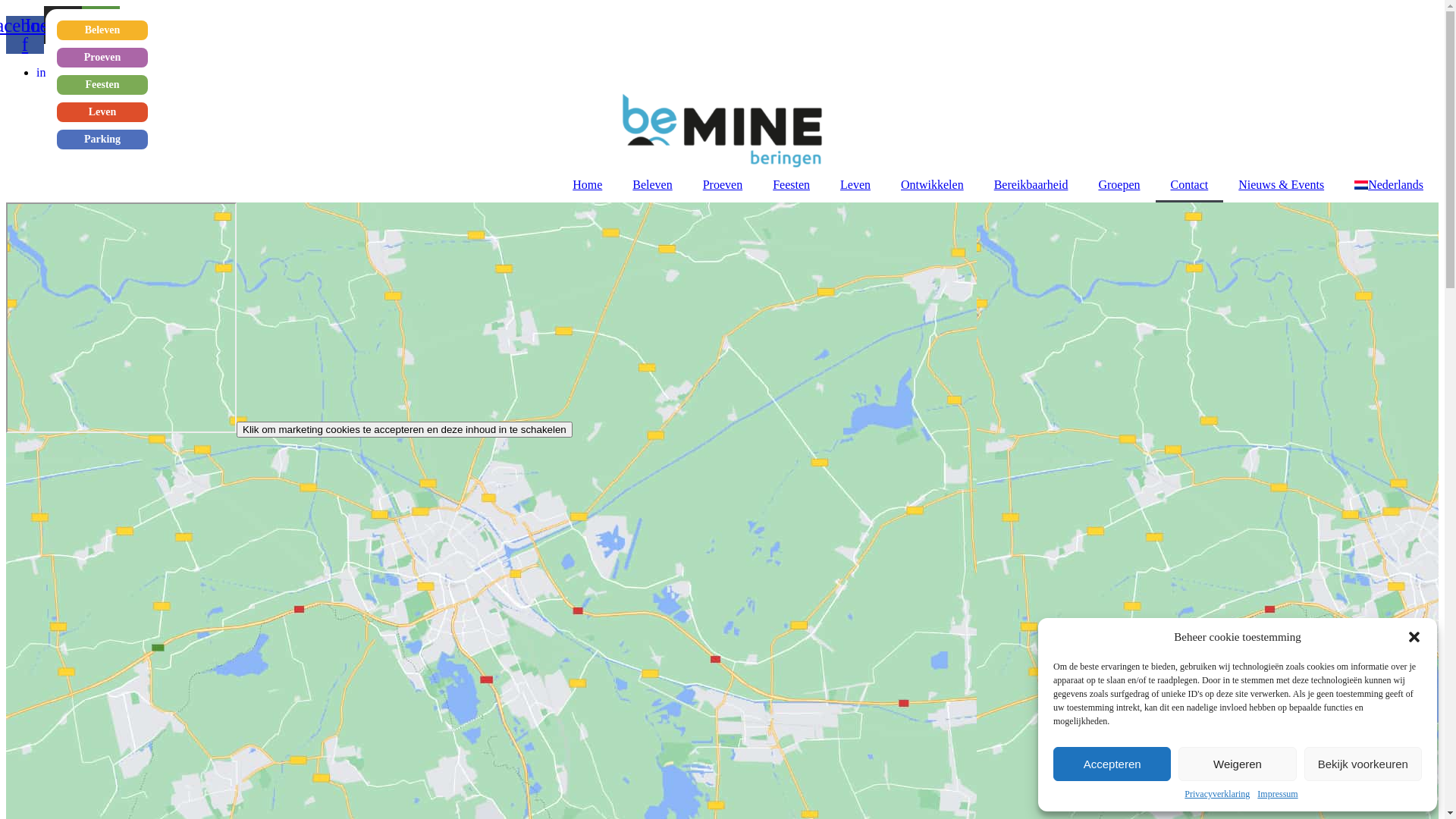 The width and height of the screenshot is (1456, 819). I want to click on 'Leven', so click(855, 184).